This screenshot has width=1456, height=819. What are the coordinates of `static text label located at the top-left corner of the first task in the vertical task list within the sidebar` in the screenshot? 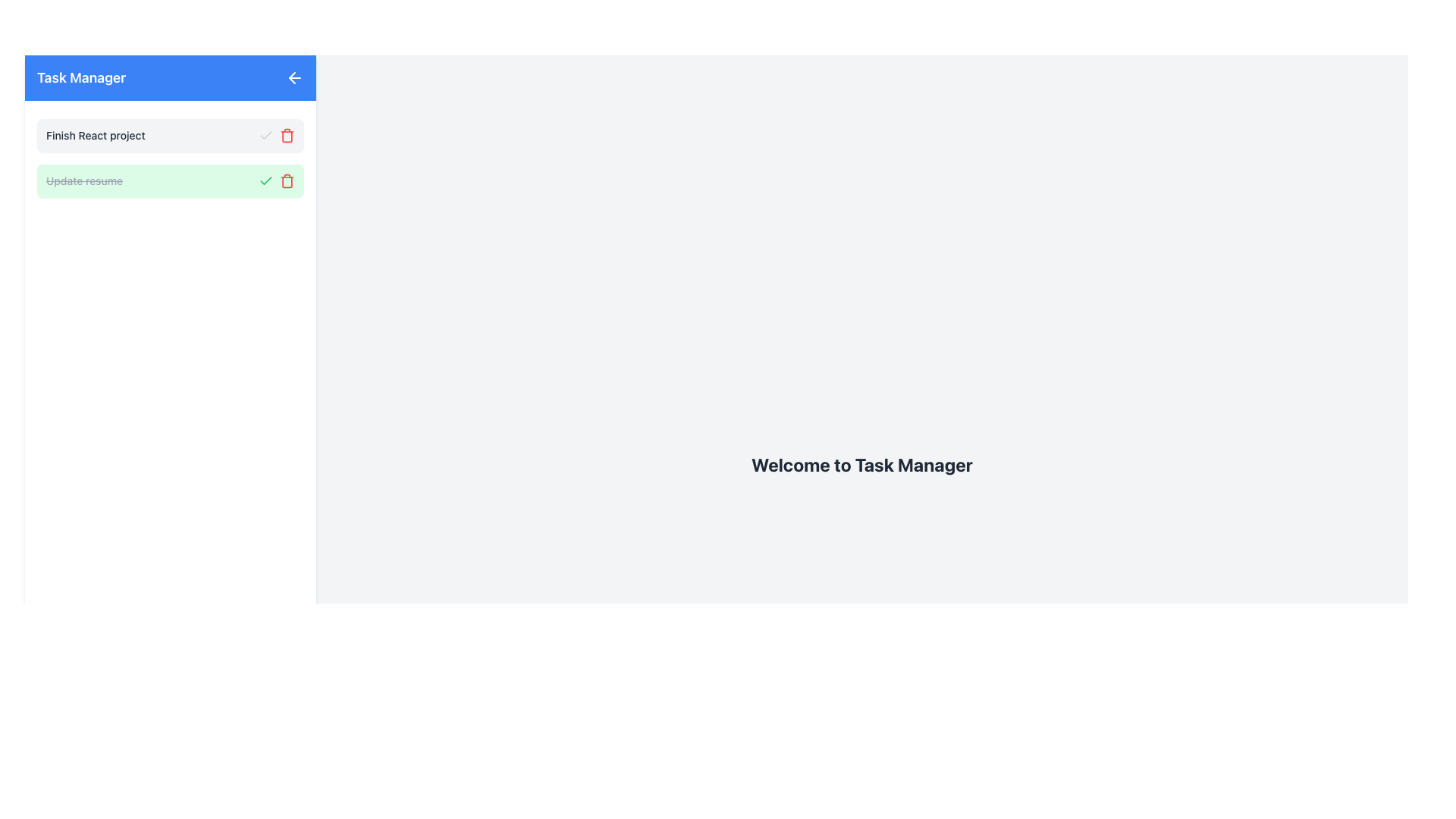 It's located at (95, 134).